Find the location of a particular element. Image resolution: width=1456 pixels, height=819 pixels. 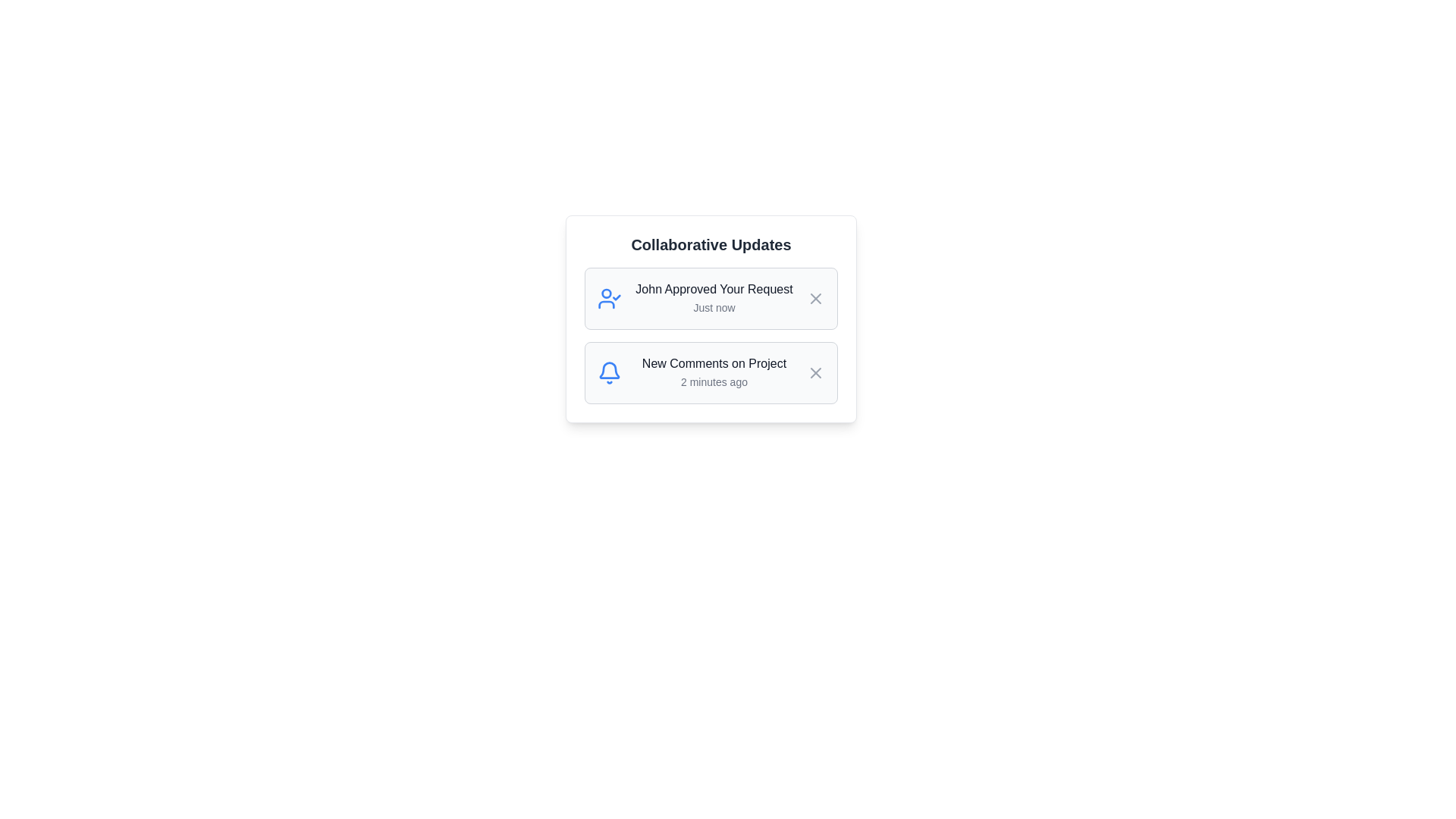

the dismiss icon located at the right end of the 'John Approved Your Request' notification in the 'Collaborative Updates' dialog box is located at coordinates (814, 298).